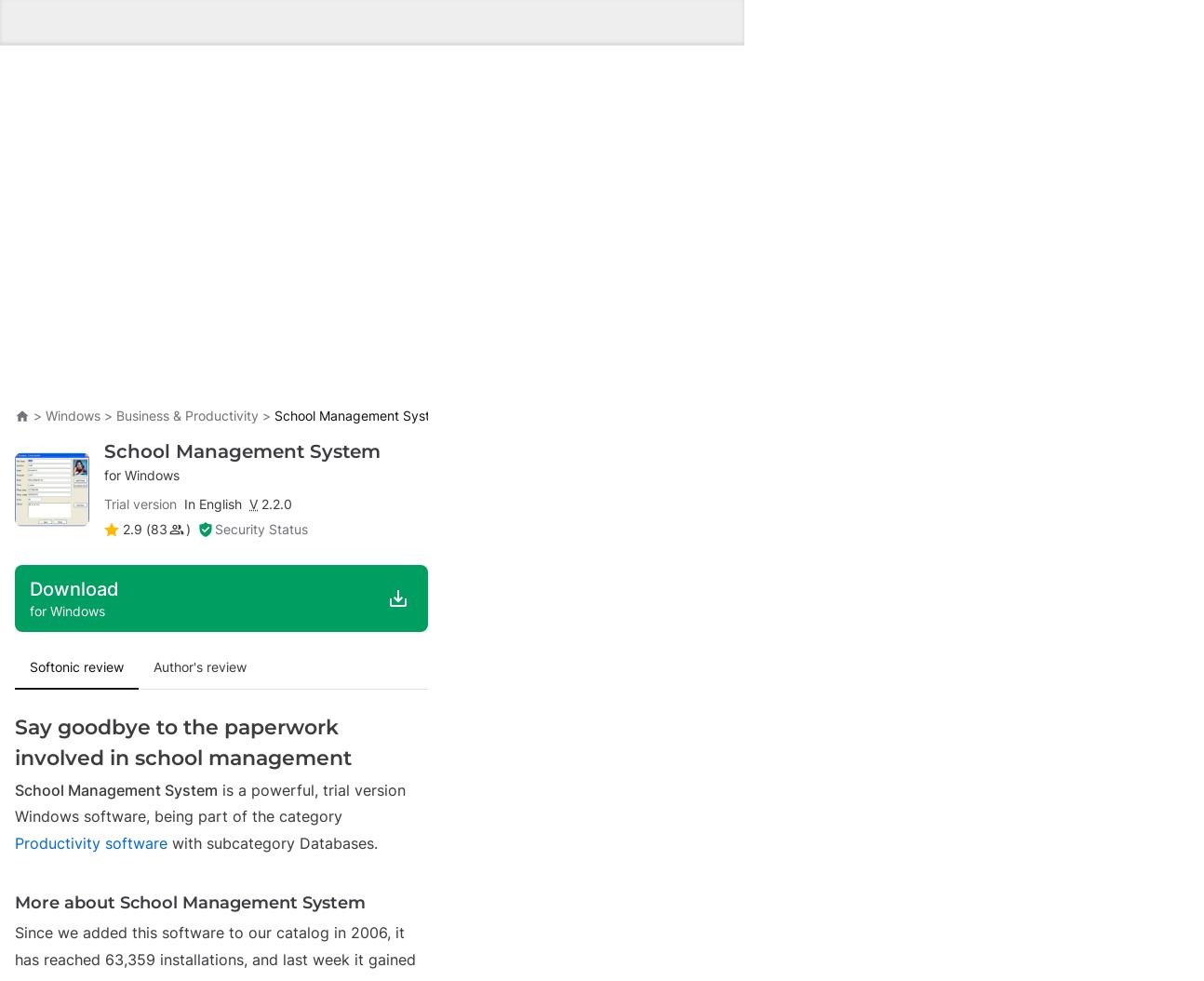 This screenshot has height=981, width=1204. What do you see at coordinates (545, 24) in the screenshot?
I see `'Complex Diagram Builder'` at bounding box center [545, 24].